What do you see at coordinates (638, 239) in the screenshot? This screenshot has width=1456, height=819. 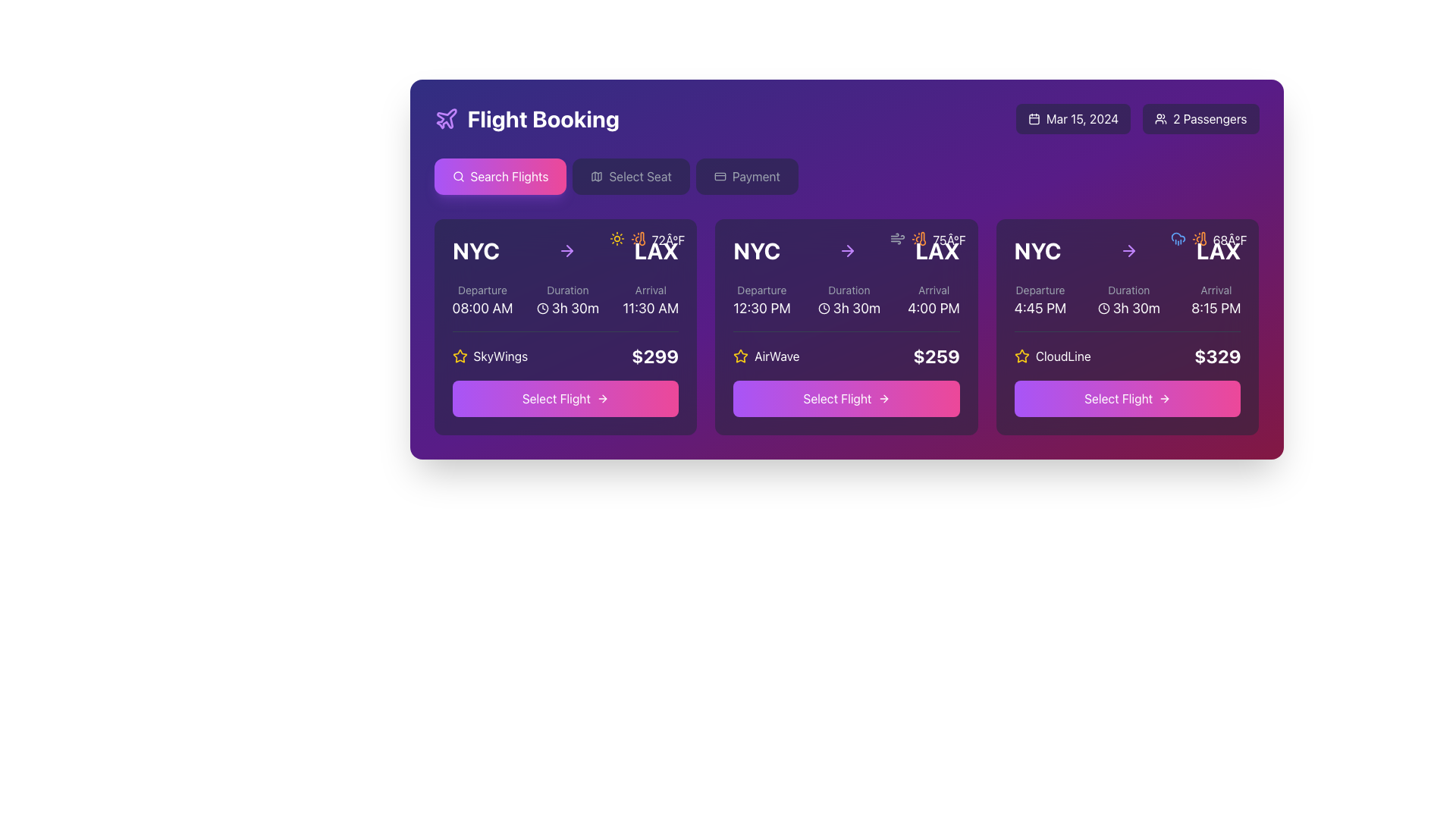 I see `the orange thermometer icon with sun-like features located in the top-right corner of the first card in the grid layout` at bounding box center [638, 239].